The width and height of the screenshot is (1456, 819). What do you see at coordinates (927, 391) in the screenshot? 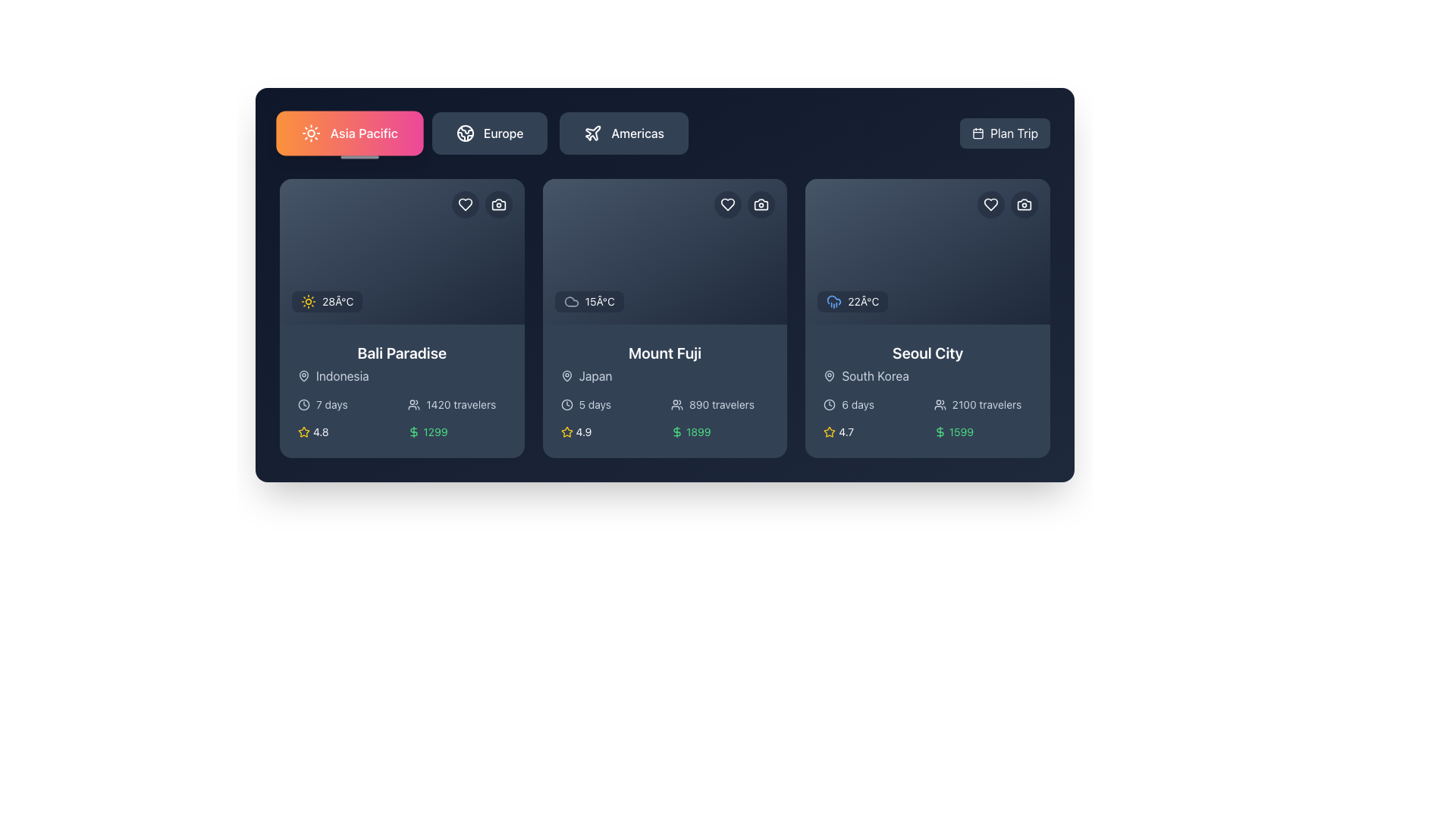
I see `the third card in the horizontal list that provides information about a specific travel destination` at bounding box center [927, 391].